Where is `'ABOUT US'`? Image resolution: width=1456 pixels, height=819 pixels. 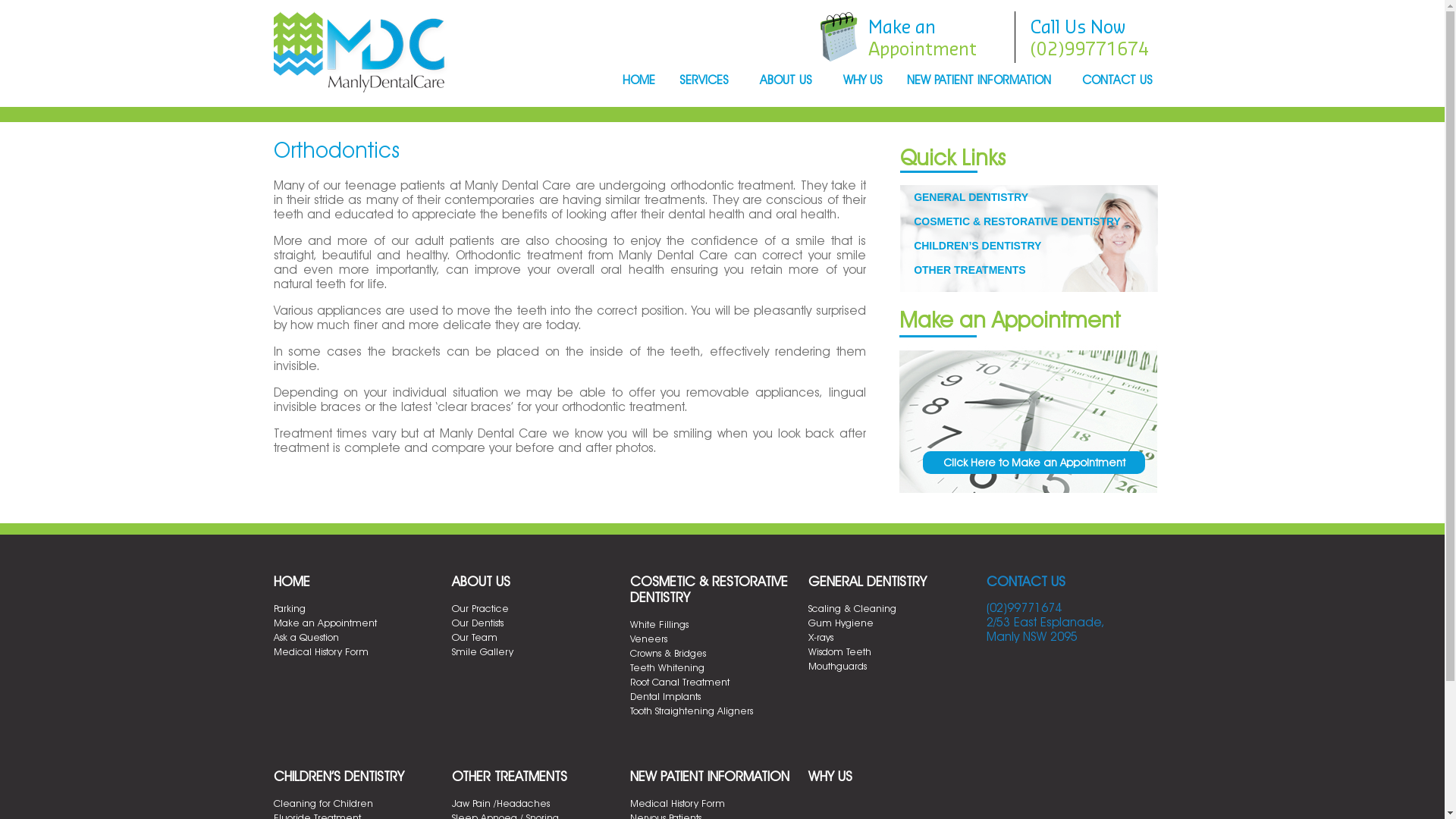
'ABOUT US' is located at coordinates (789, 81).